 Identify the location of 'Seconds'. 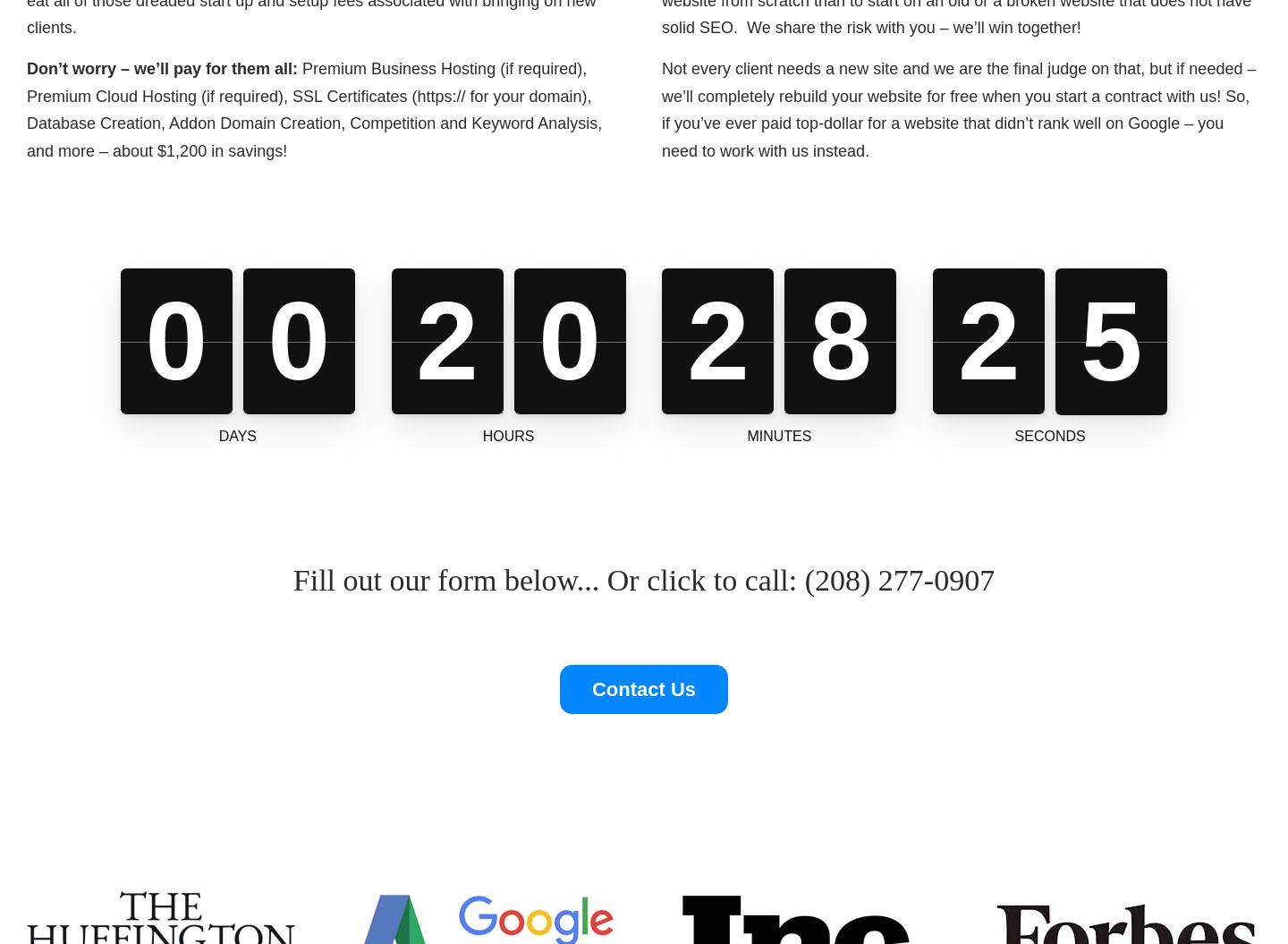
(1049, 436).